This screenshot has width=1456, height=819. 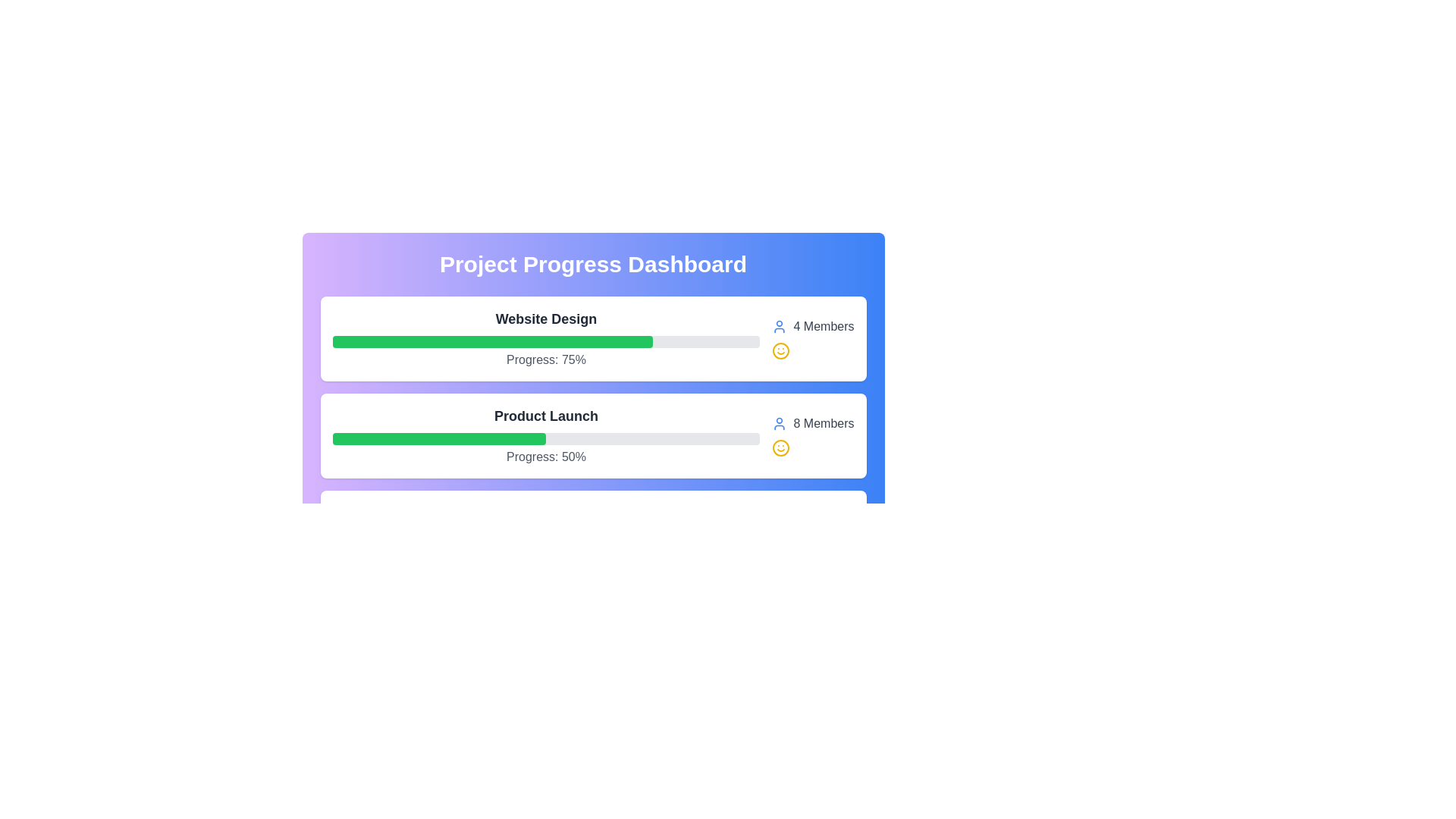 What do you see at coordinates (823, 424) in the screenshot?
I see `the text label displaying '8 Members', which is styled in gray and positioned near the top-right corner of the 'Product Launch' progress section, next to a user icon` at bounding box center [823, 424].